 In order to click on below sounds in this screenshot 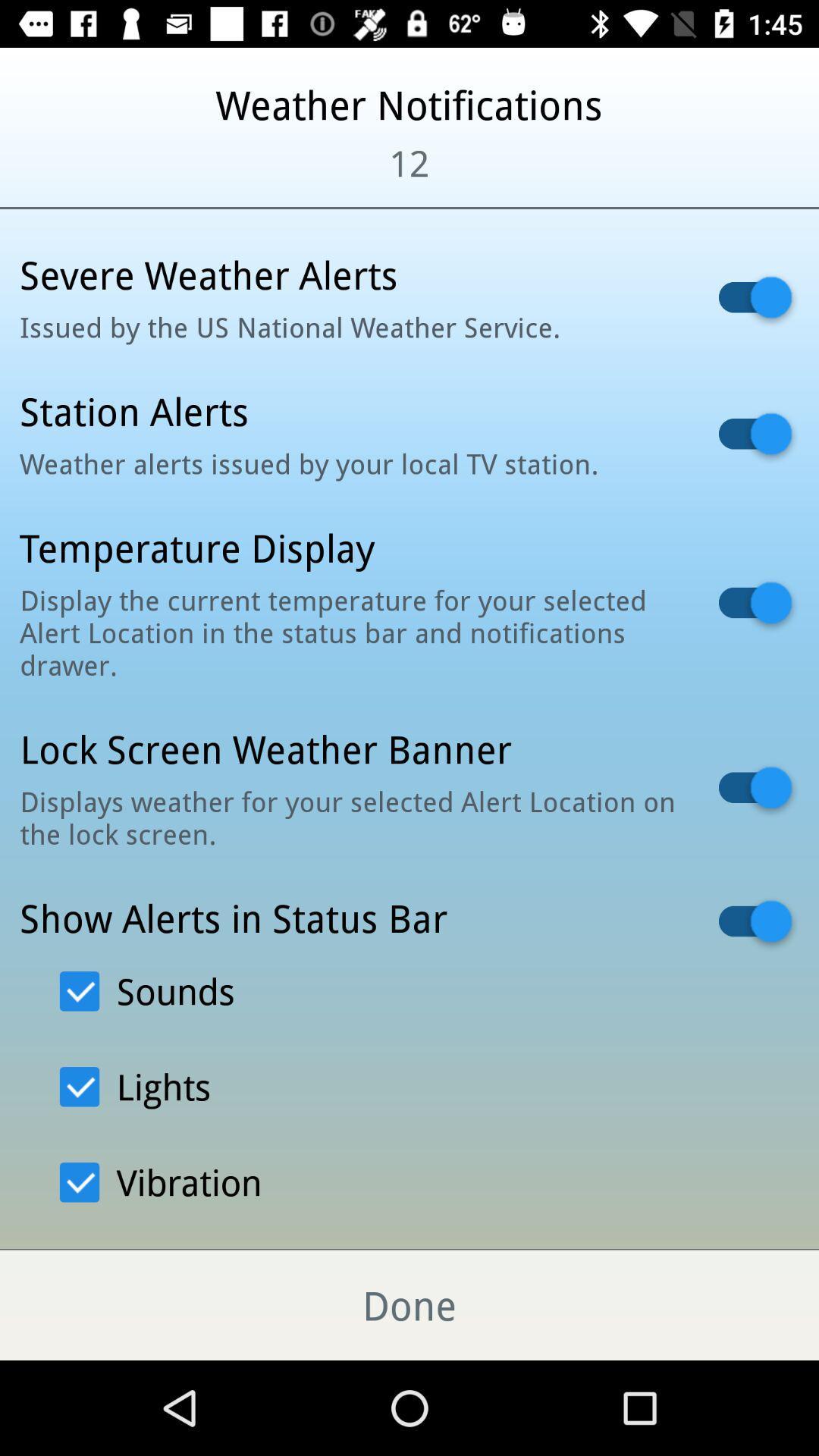, I will do `click(134, 1086)`.